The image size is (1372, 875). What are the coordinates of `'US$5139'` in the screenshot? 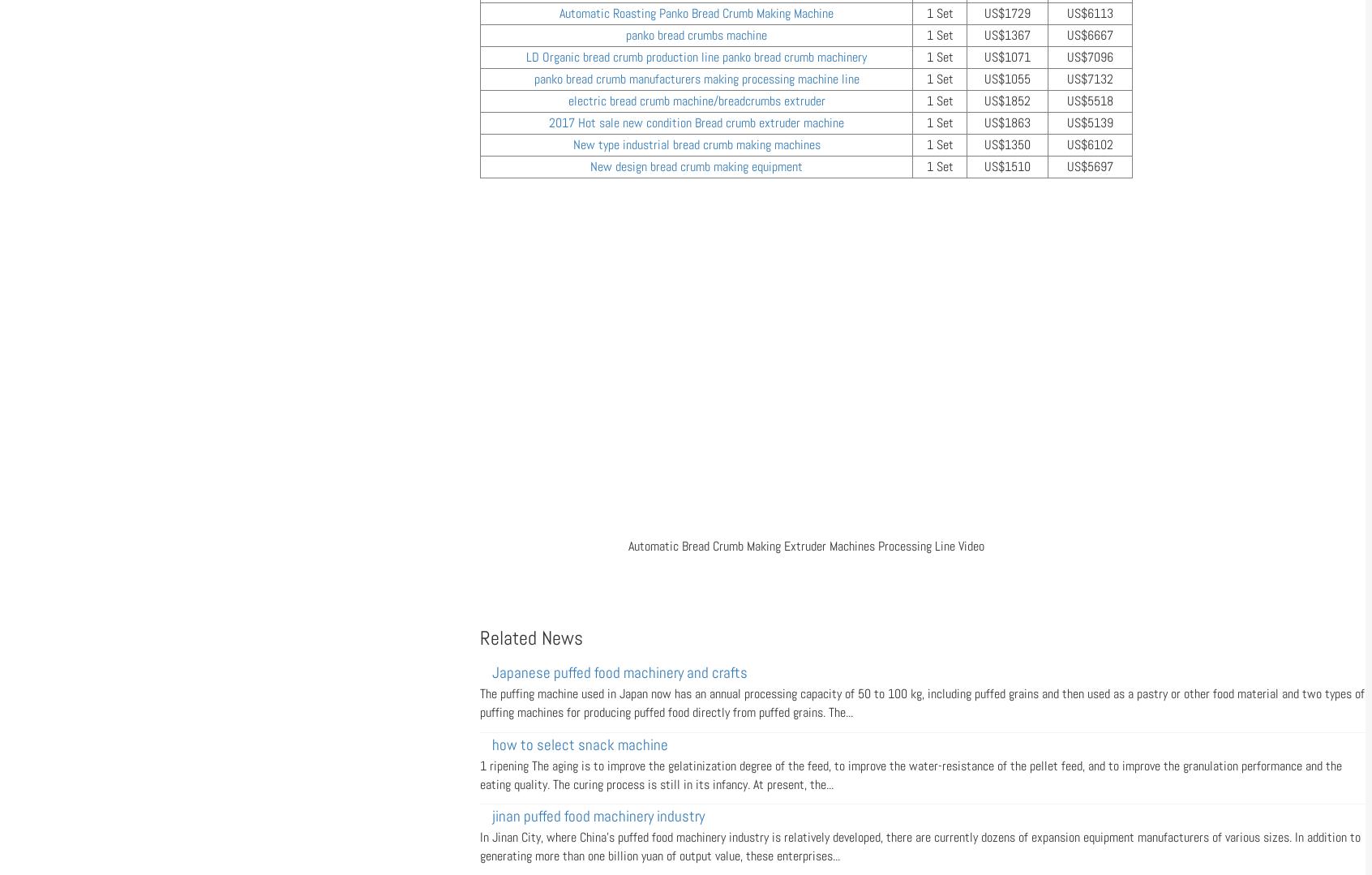 It's located at (1090, 122).